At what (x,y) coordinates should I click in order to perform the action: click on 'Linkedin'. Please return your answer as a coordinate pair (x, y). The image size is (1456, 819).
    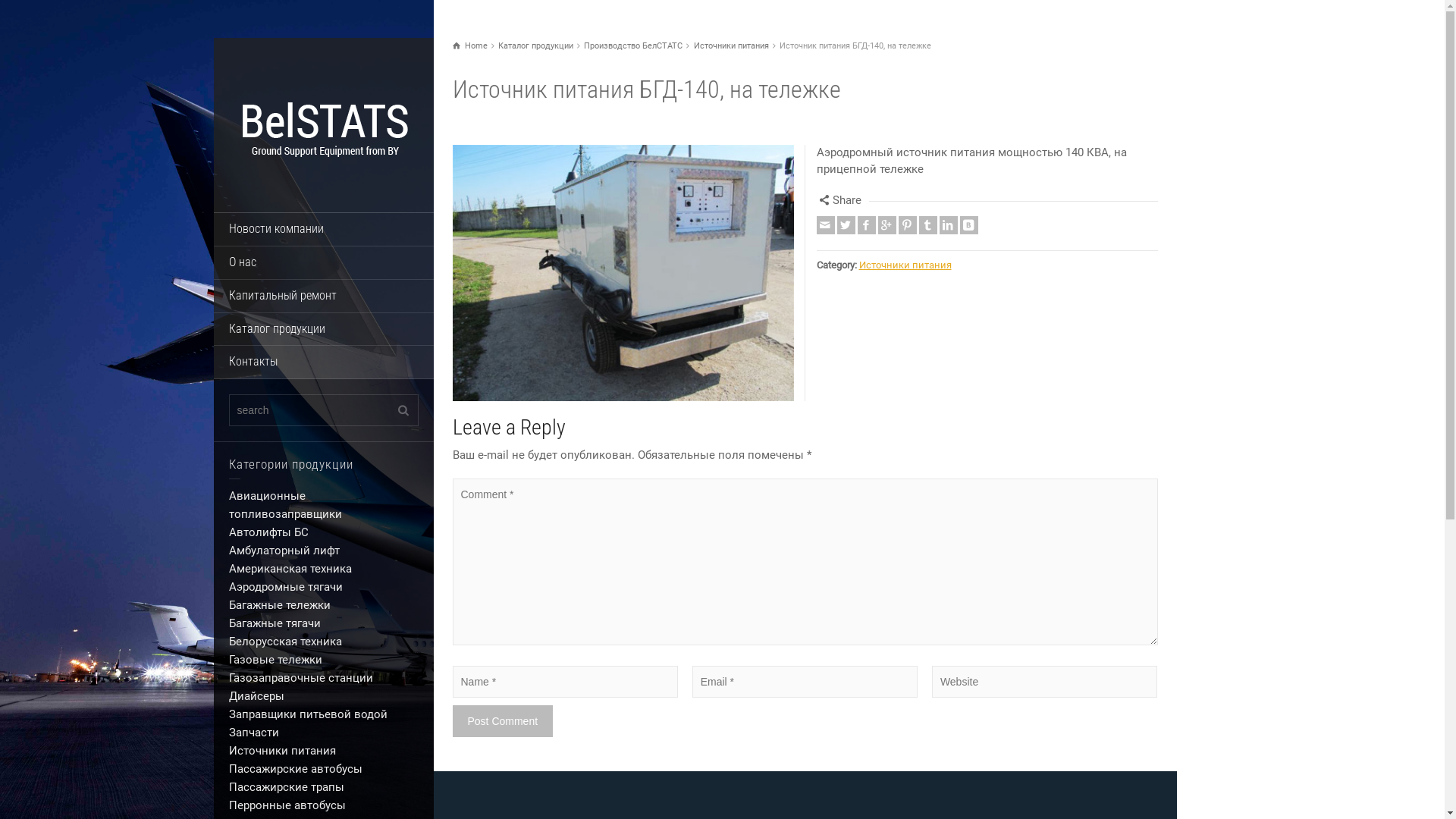
    Looking at the image, I should click on (946, 225).